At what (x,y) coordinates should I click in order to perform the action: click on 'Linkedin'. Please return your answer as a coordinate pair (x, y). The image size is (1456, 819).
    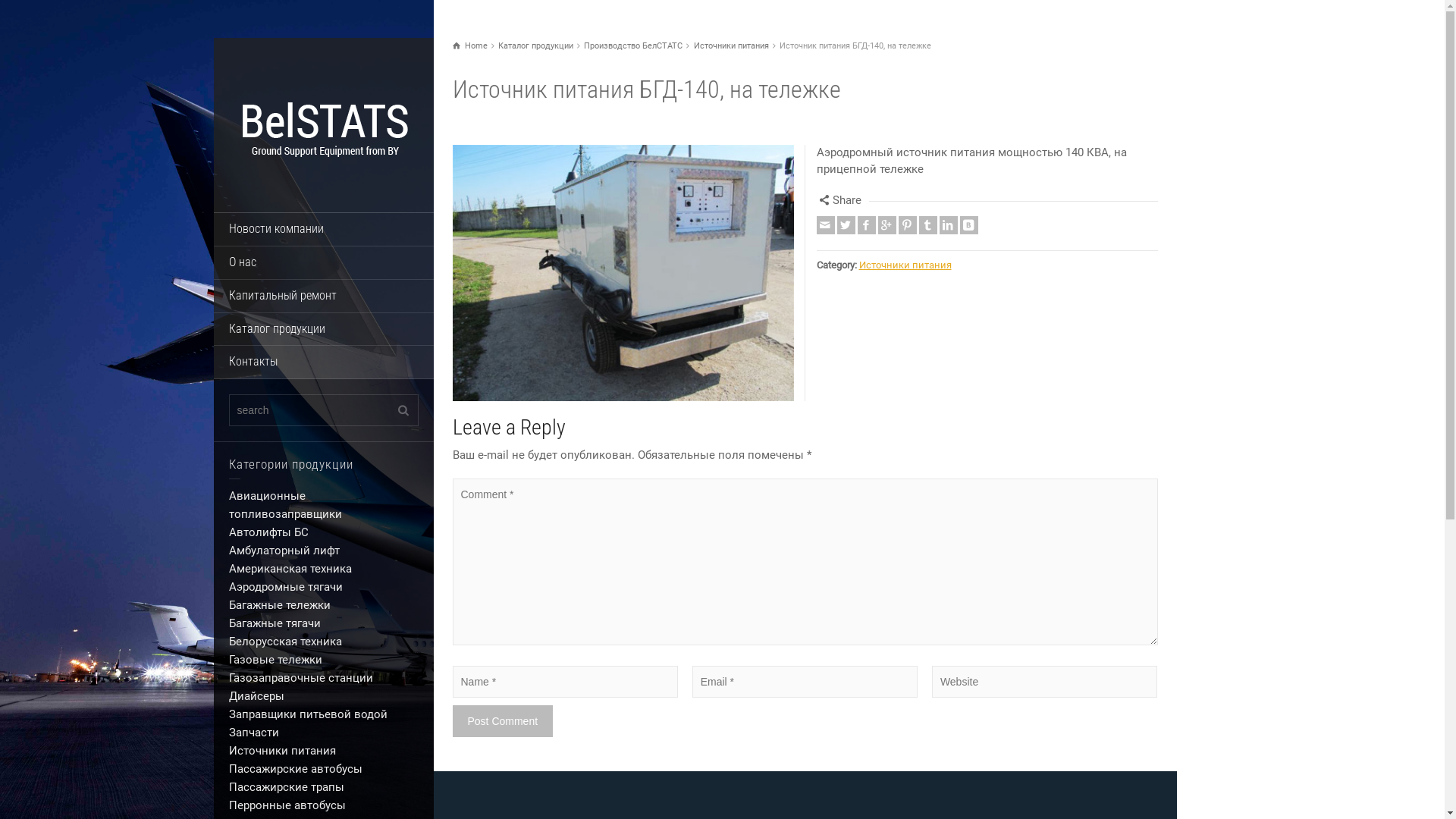
    Looking at the image, I should click on (946, 225).